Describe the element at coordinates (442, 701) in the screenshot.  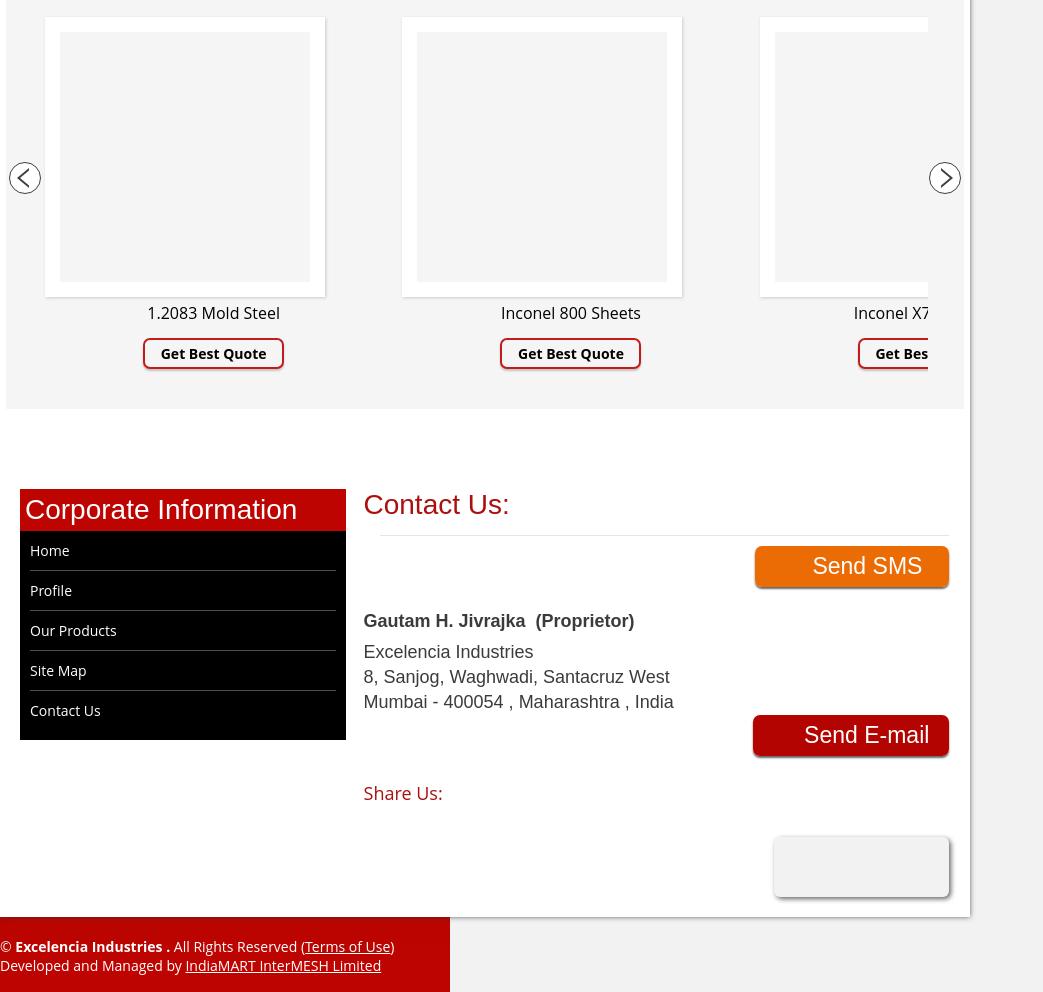
I see `'400054'` at that location.